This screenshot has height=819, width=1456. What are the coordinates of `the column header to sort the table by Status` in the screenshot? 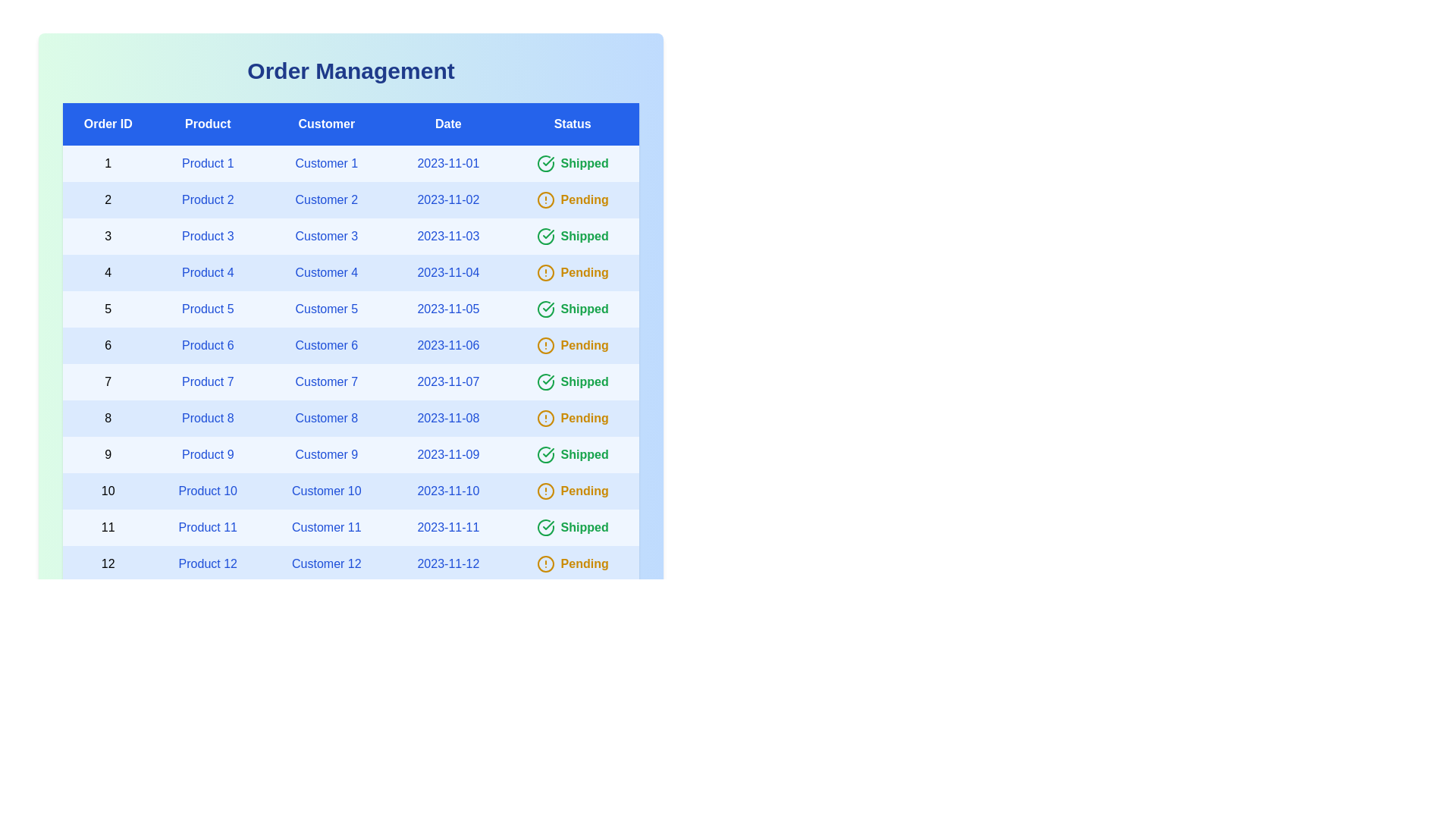 It's located at (571, 124).